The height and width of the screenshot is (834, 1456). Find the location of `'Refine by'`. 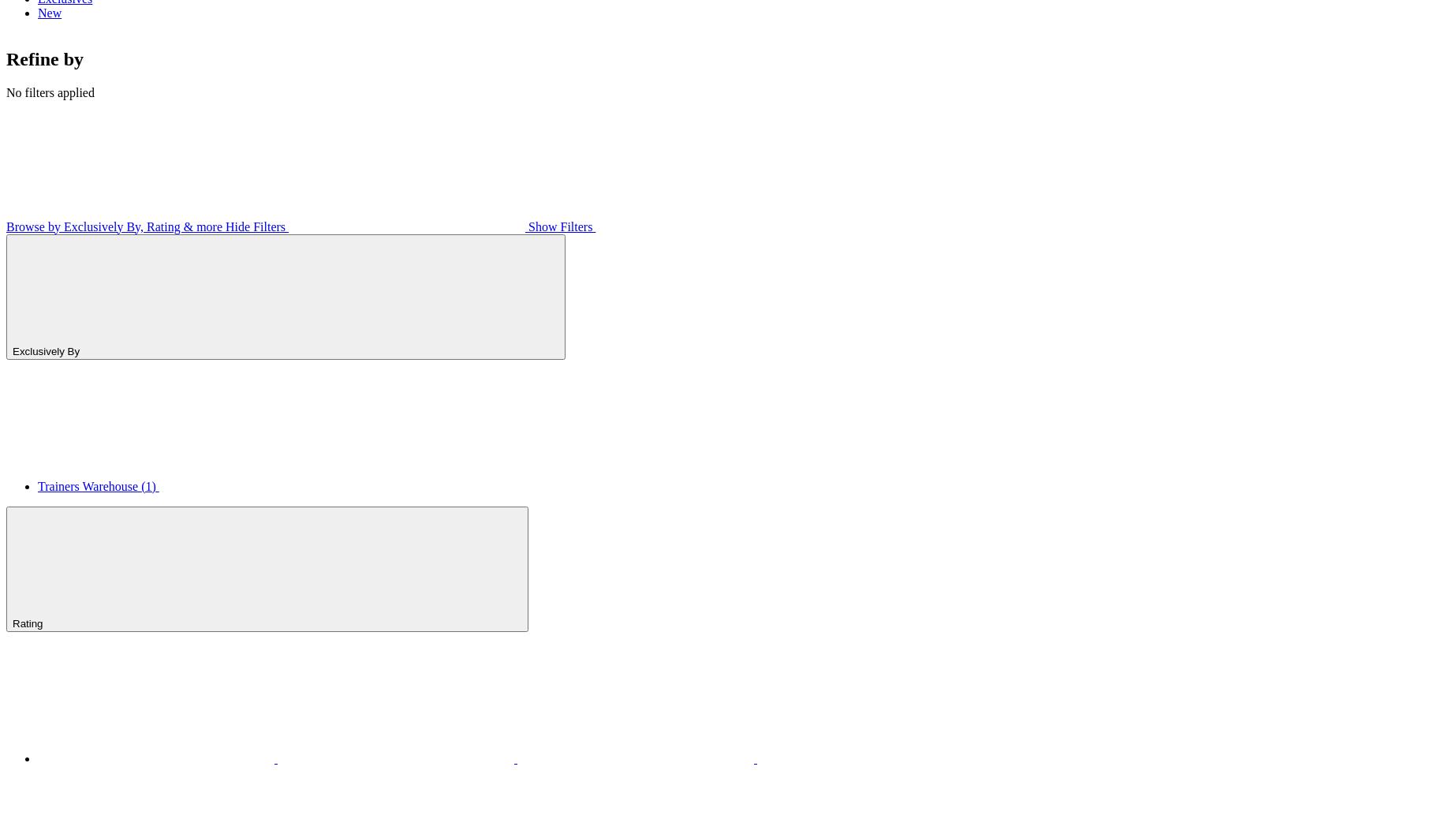

'Refine by' is located at coordinates (45, 58).